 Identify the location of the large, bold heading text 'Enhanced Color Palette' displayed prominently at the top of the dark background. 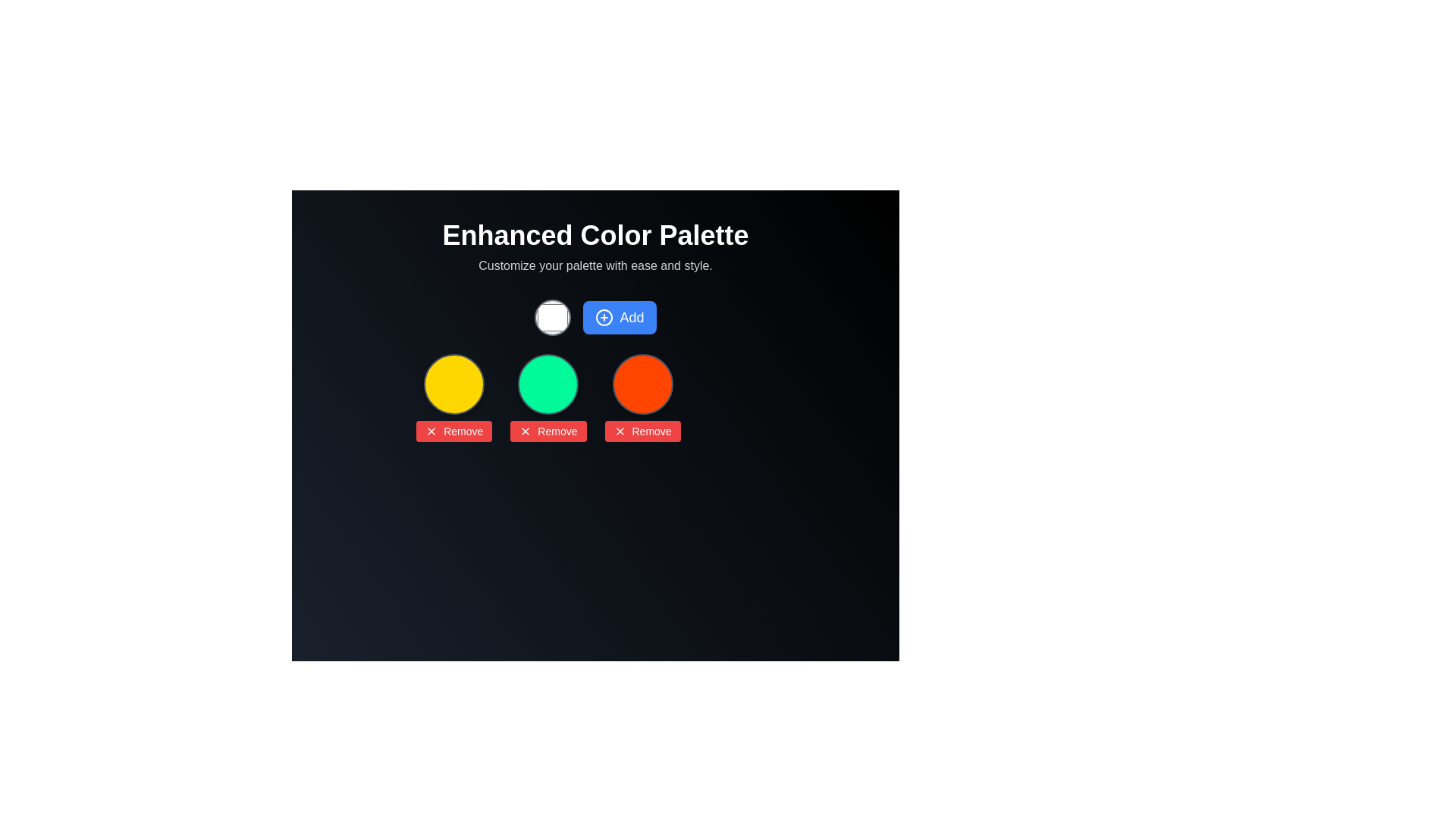
(595, 236).